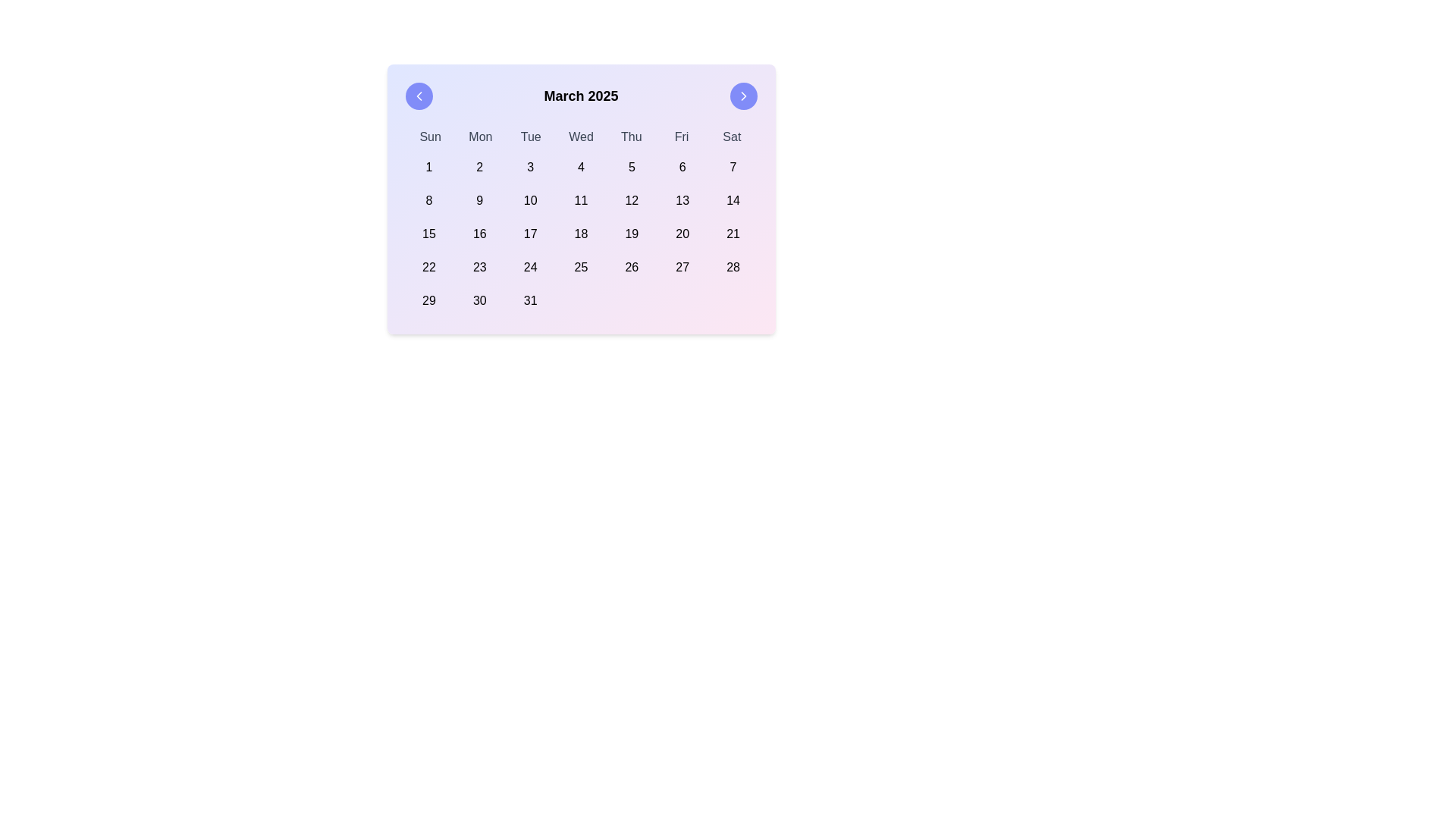 Image resolution: width=1456 pixels, height=819 pixels. I want to click on the button representing the 26th day of March 2025 in the calendar grid, so click(632, 267).